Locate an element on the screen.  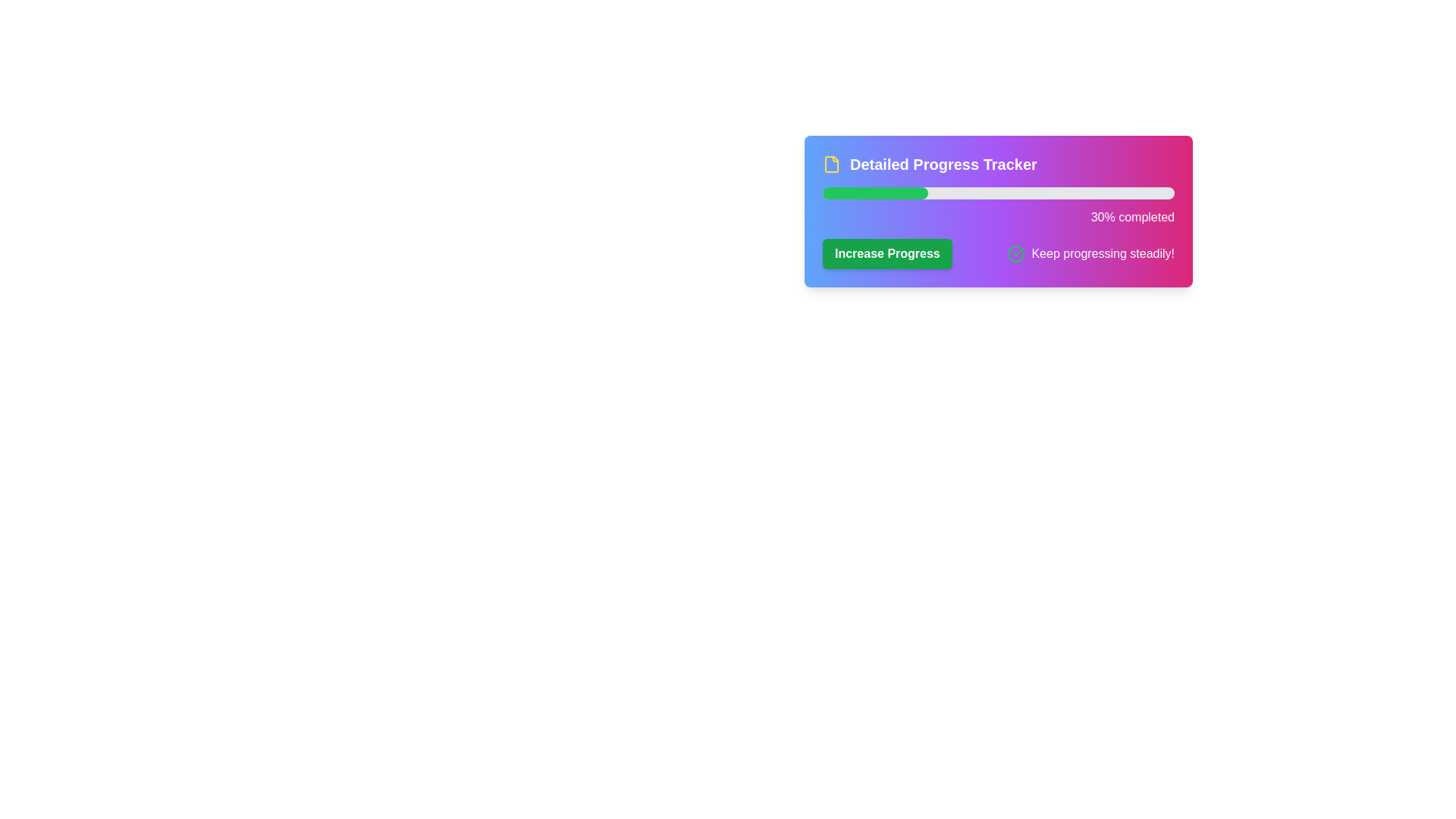
the Progress indicator which visually indicates 30% completion, located within the progress bar of the progress tracker interface is located at coordinates (875, 192).